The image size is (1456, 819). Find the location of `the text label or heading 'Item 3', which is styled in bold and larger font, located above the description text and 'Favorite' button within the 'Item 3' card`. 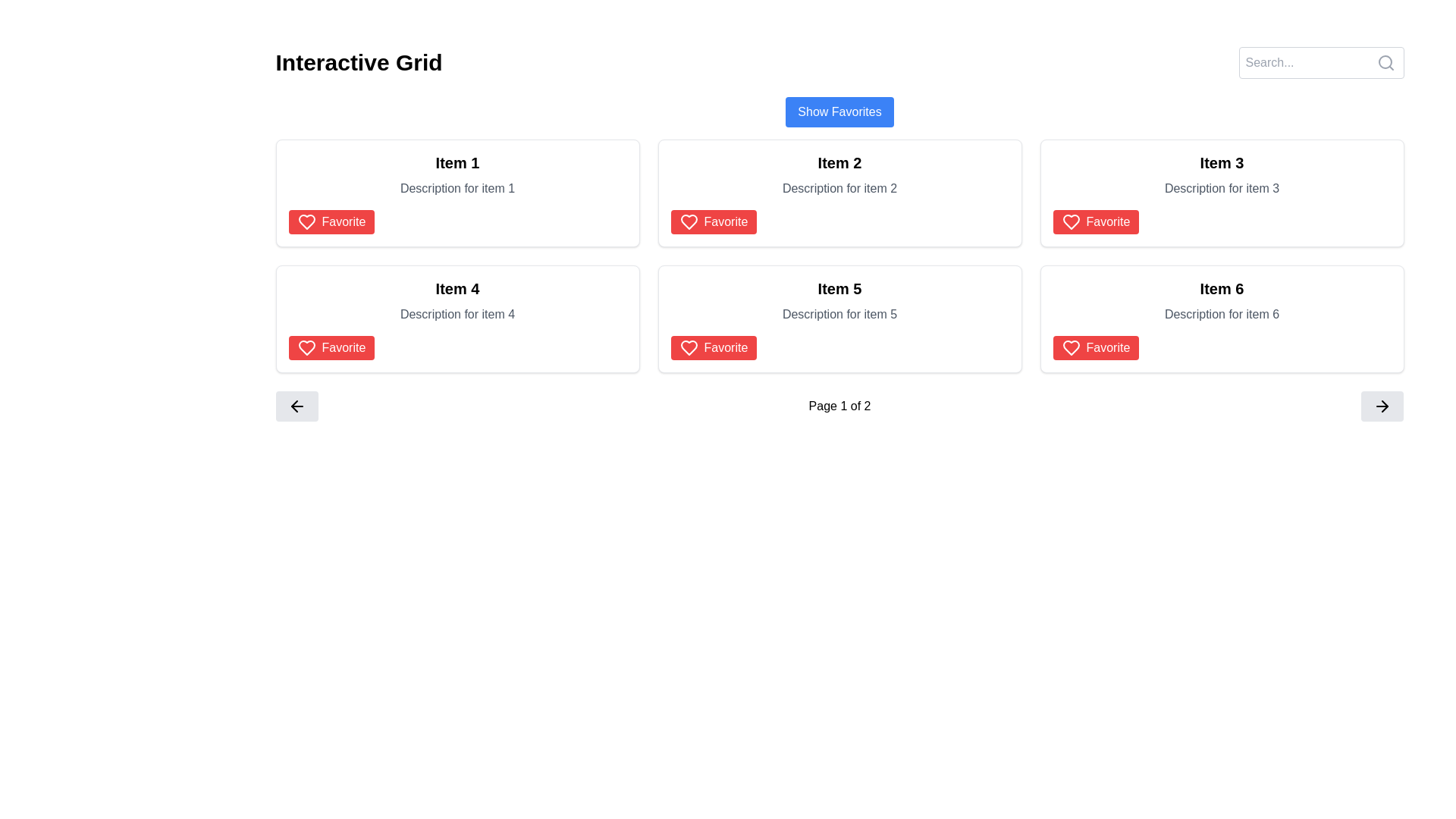

the text label or heading 'Item 3', which is styled in bold and larger font, located above the description text and 'Favorite' button within the 'Item 3' card is located at coordinates (1222, 163).